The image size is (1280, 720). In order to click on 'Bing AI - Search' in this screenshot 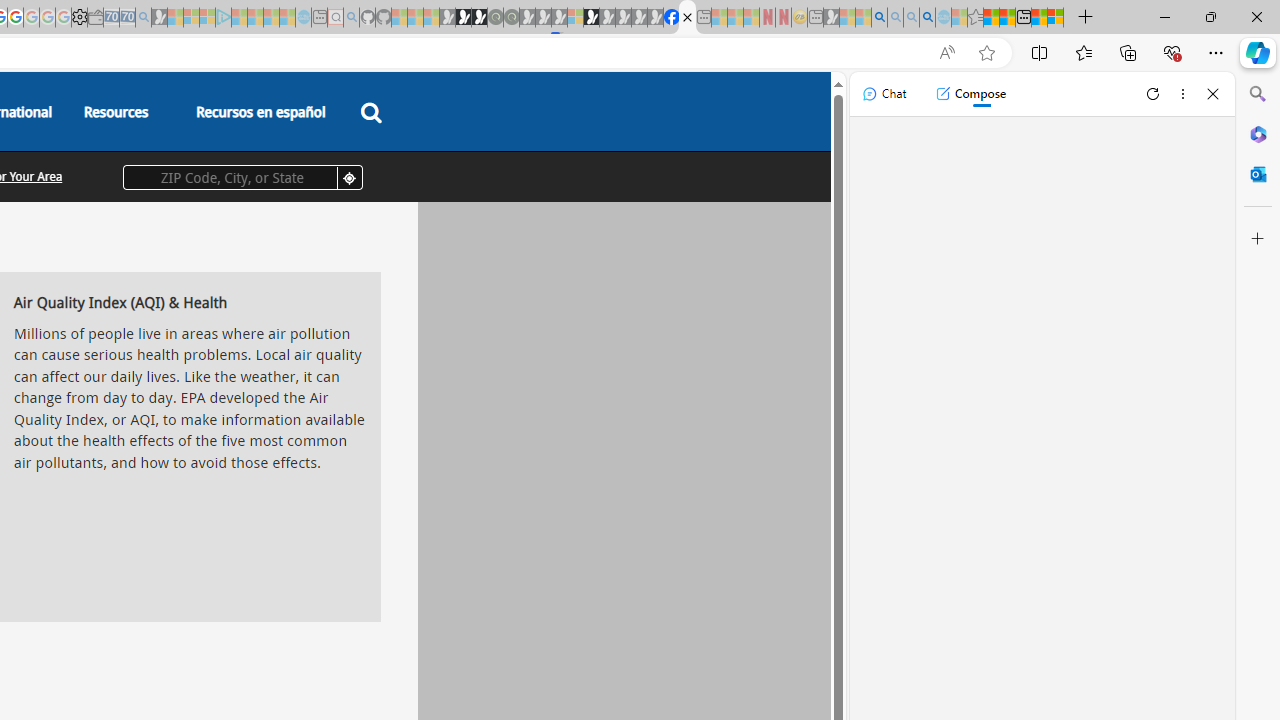, I will do `click(879, 17)`.